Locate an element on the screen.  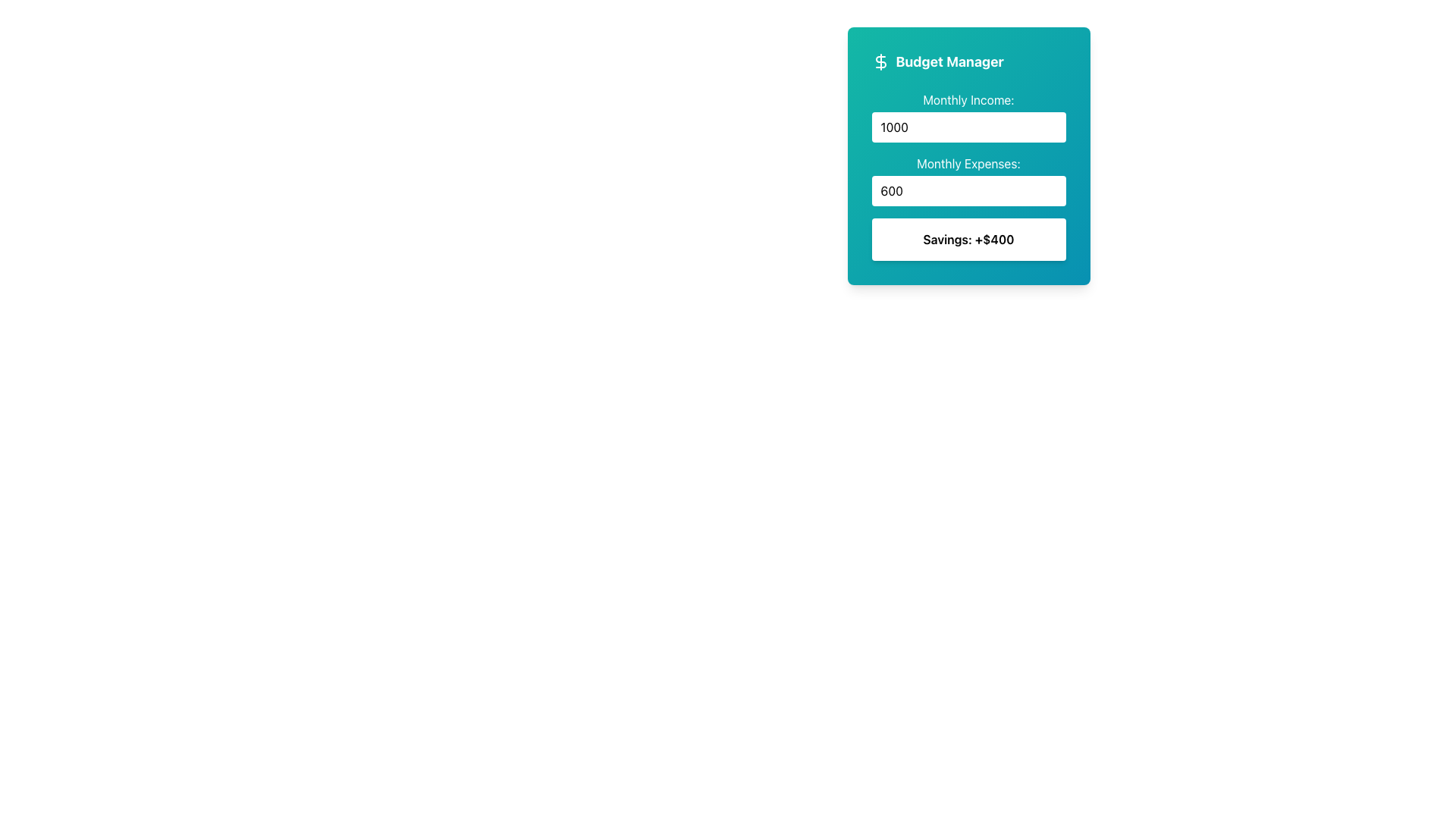
the number input field for 'Monthly Expenses' to focus on it is located at coordinates (968, 190).